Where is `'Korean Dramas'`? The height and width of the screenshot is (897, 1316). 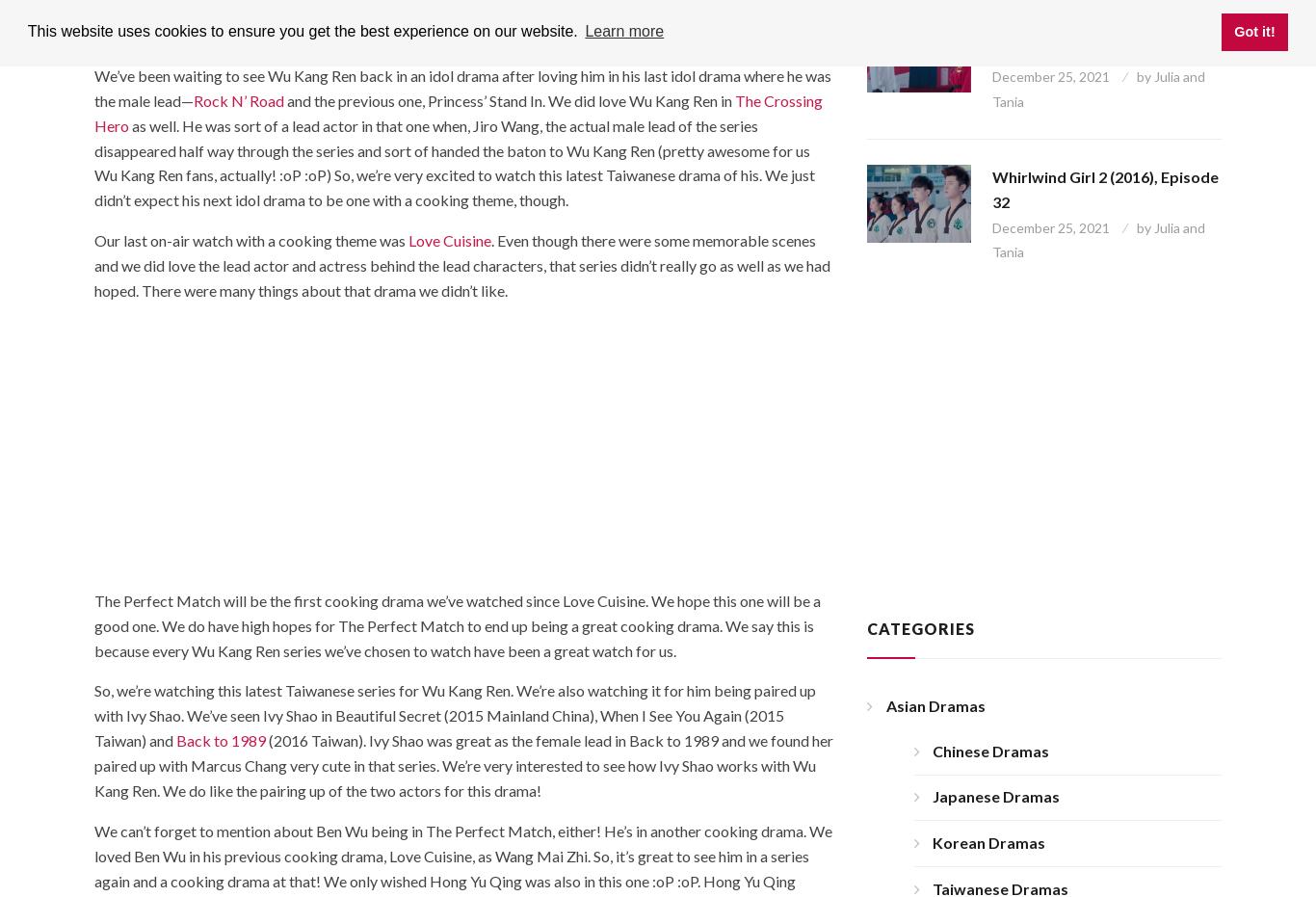 'Korean Dramas' is located at coordinates (987, 842).